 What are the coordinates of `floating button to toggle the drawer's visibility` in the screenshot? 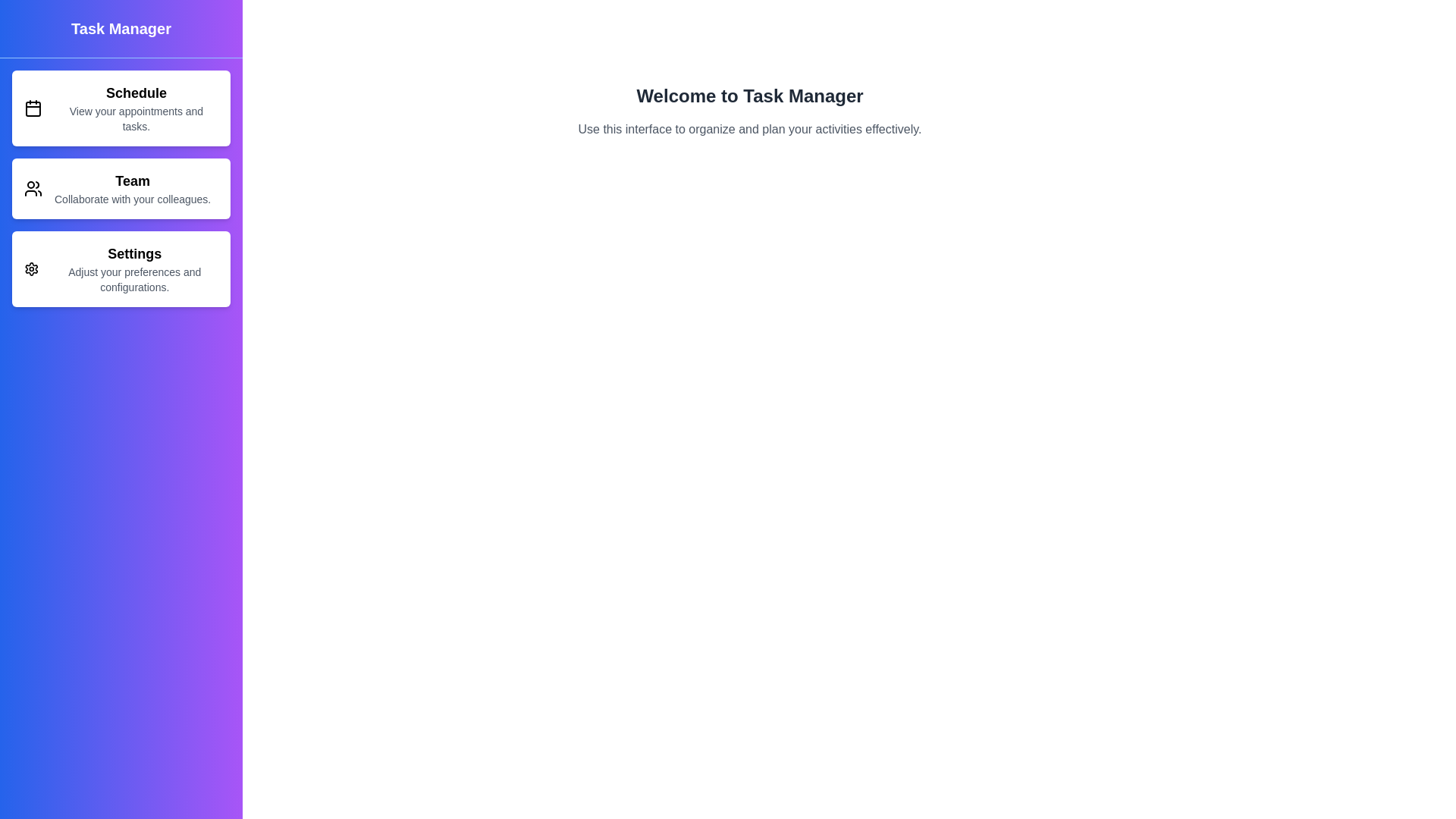 It's located at (156, 78).